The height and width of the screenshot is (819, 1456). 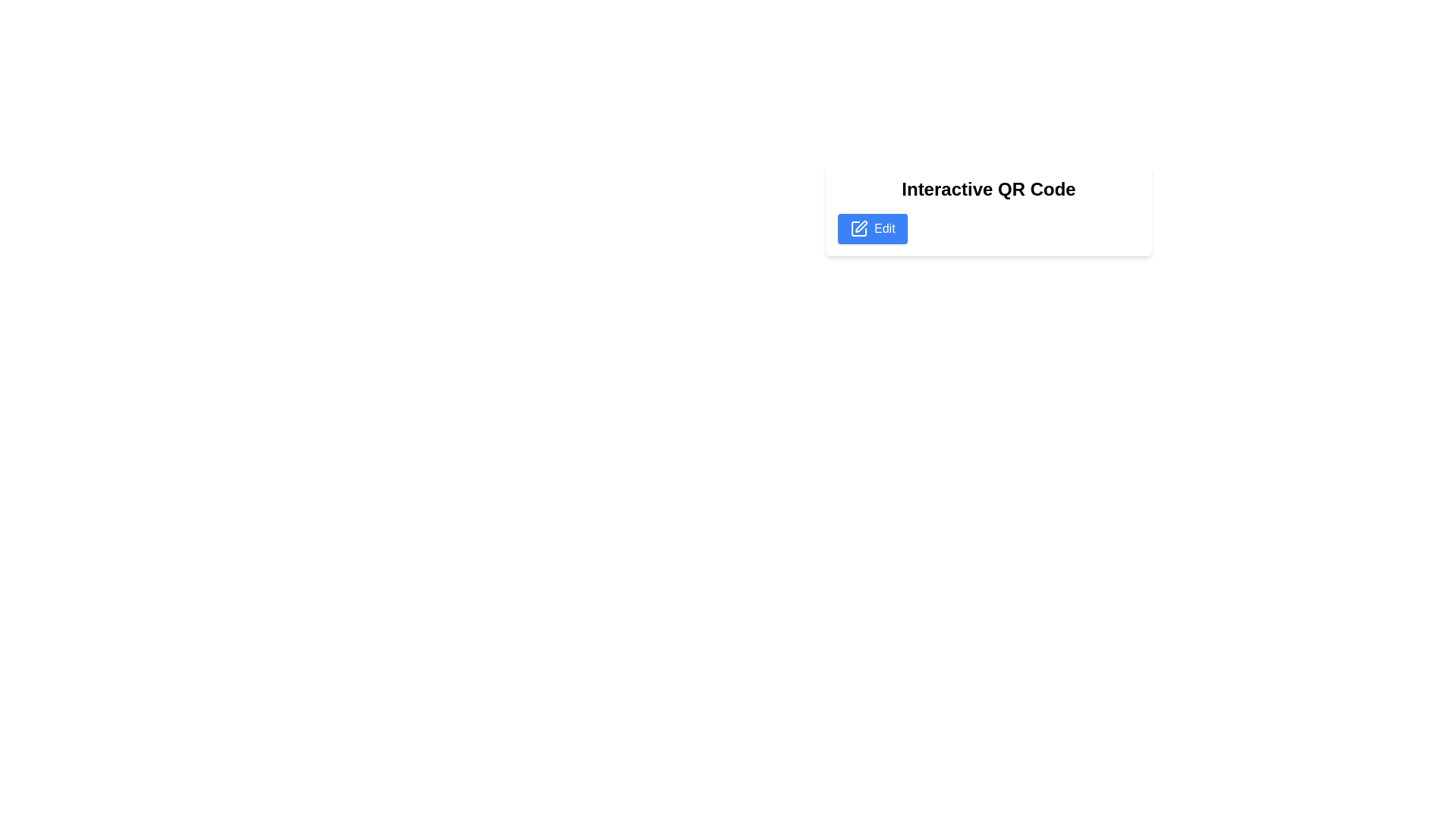 What do you see at coordinates (858, 228) in the screenshot?
I see `the decorative icon indicating the editing functionality, located inside a button in the bottom-left part of the main content section, preceding the text 'Edit'` at bounding box center [858, 228].